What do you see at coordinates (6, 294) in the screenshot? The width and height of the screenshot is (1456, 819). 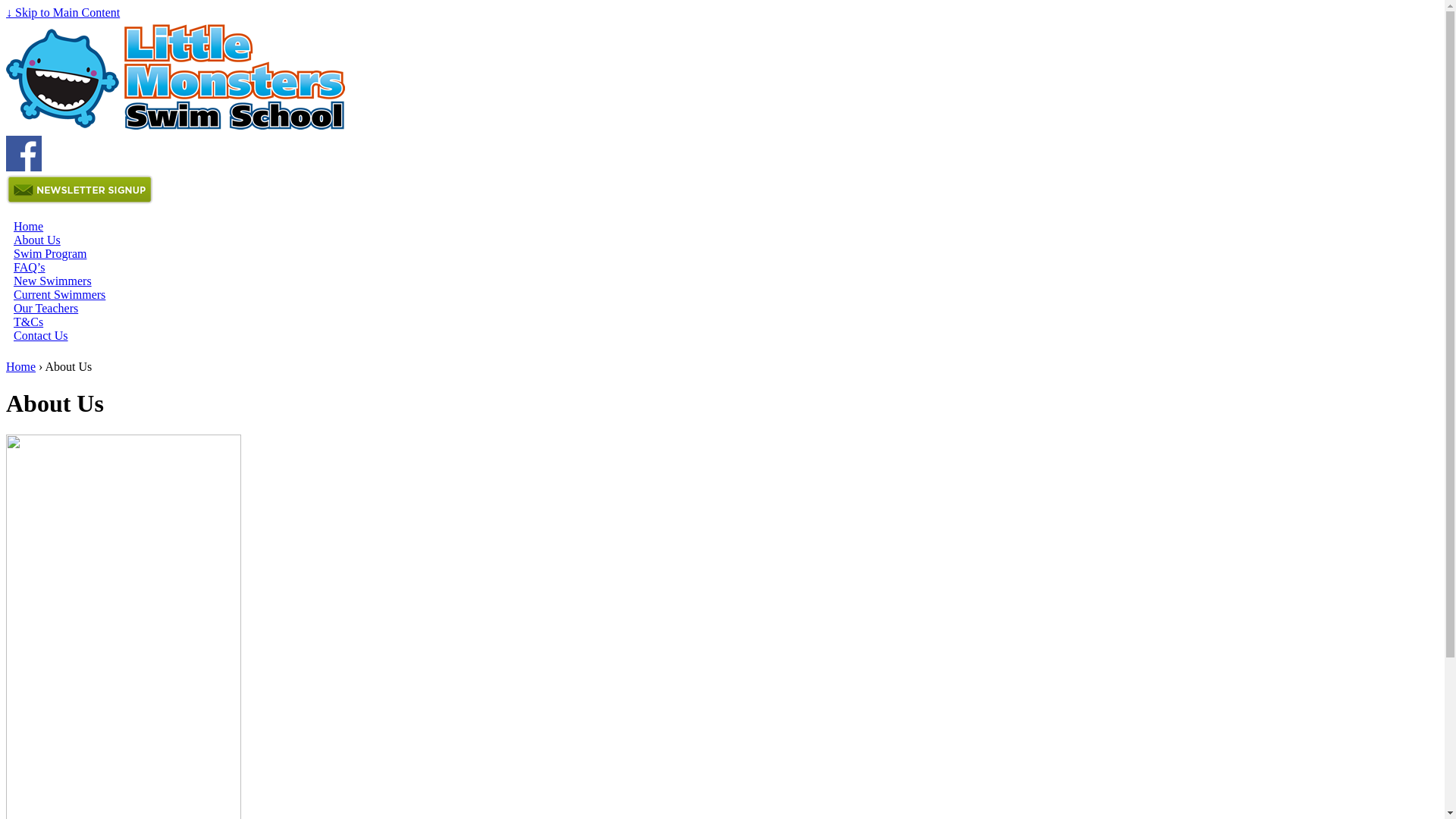 I see `'Current Swimmers'` at bounding box center [6, 294].